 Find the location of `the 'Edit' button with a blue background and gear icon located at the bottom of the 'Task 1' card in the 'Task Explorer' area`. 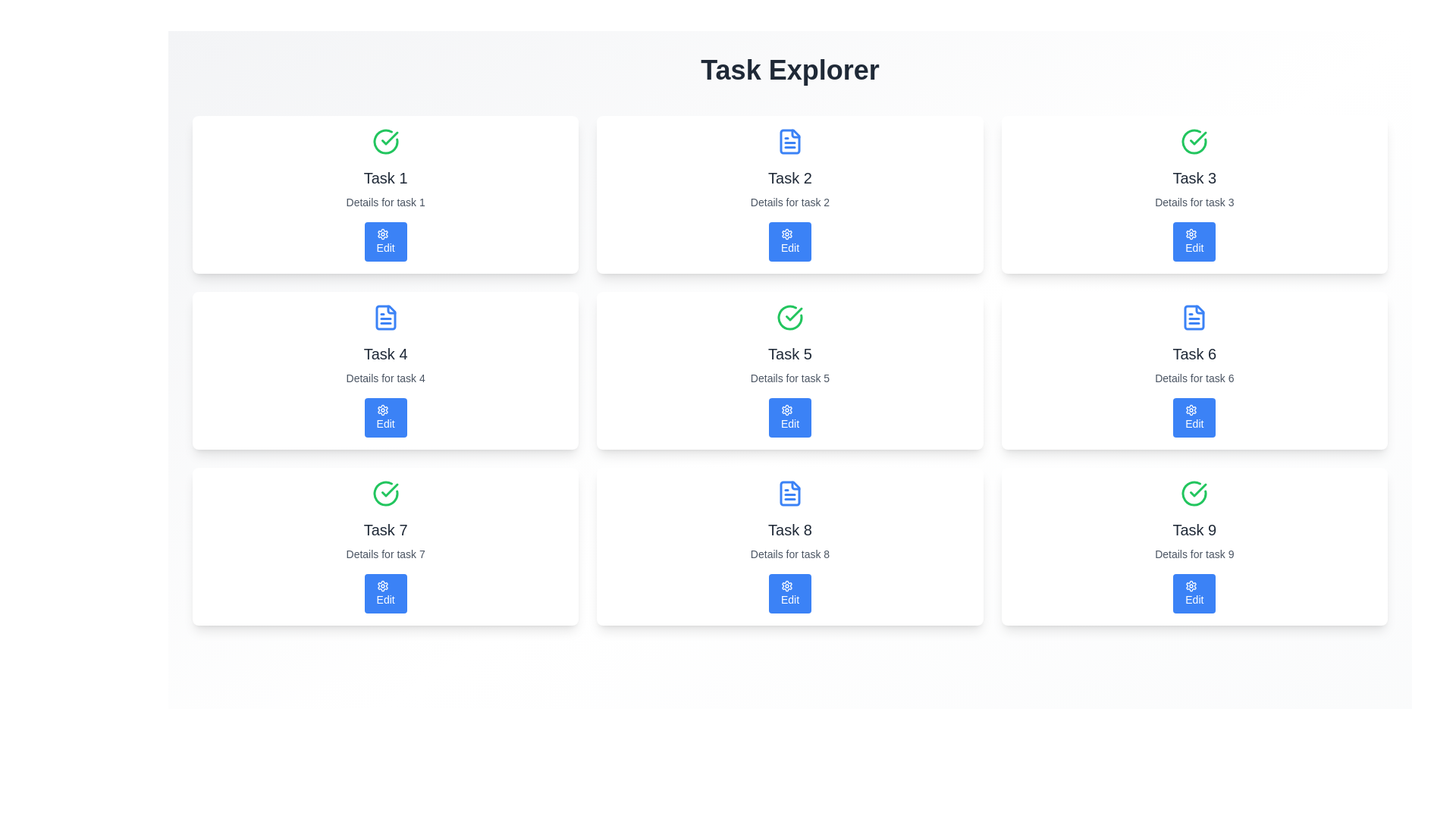

the 'Edit' button with a blue background and gear icon located at the bottom of the 'Task 1' card in the 'Task Explorer' area is located at coordinates (385, 241).